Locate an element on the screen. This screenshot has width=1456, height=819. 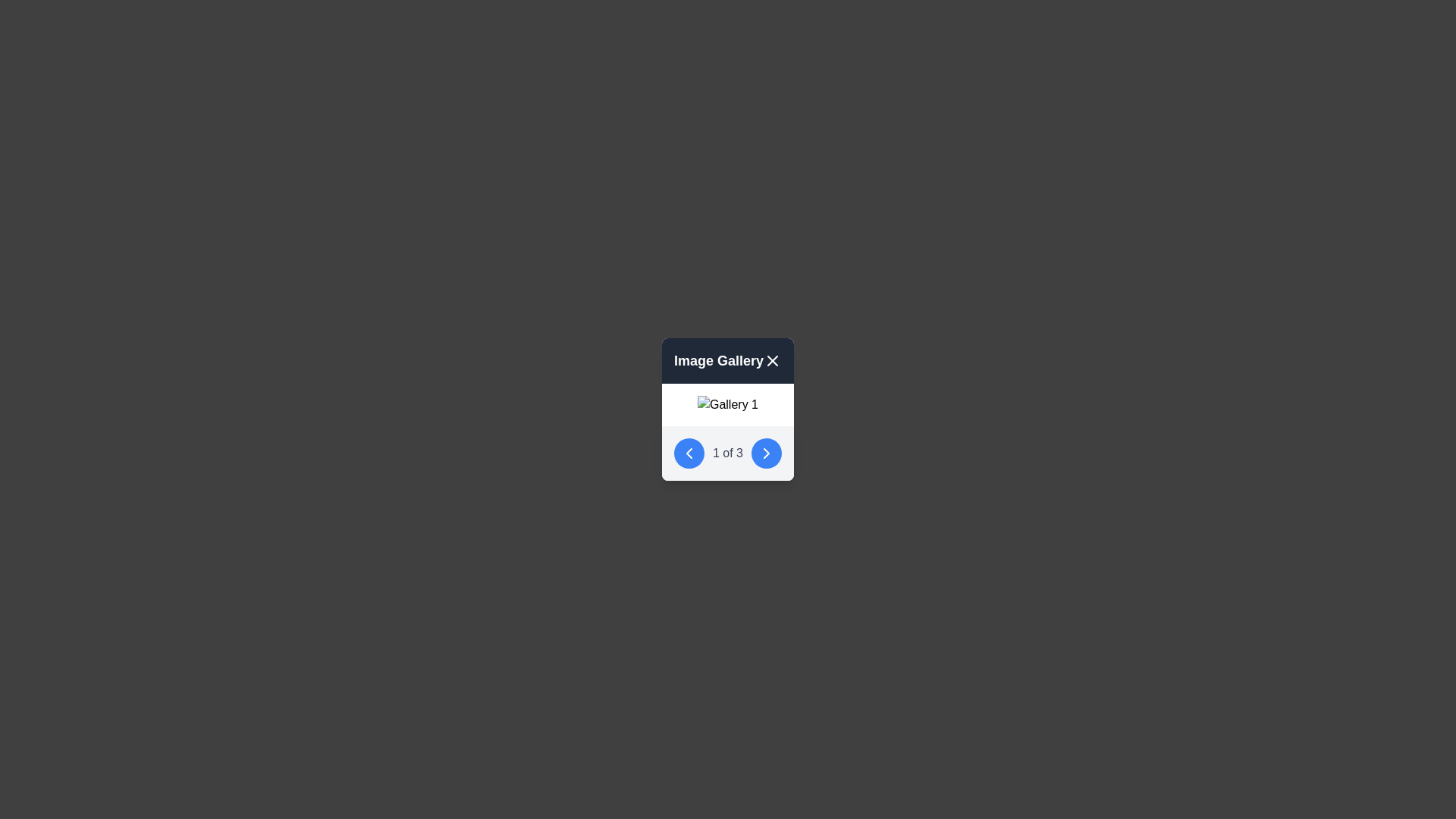
title 'Image Gallery' from the header at the top of the modal dialog, which features a dark gray background and contains a bold white text aligned to the left is located at coordinates (728, 360).